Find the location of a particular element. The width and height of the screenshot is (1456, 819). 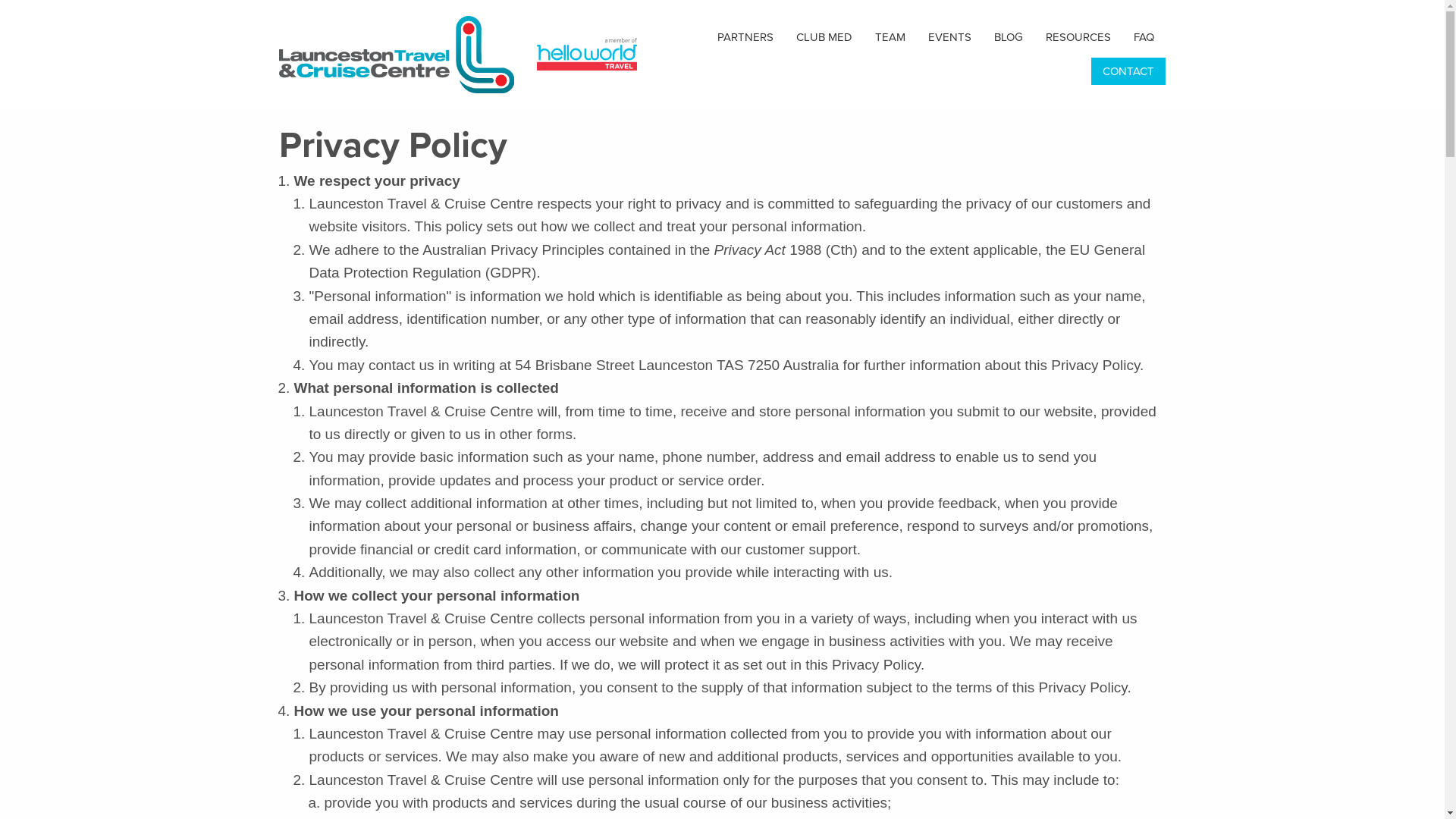

'CLUB MED' is located at coordinates (785, 36).